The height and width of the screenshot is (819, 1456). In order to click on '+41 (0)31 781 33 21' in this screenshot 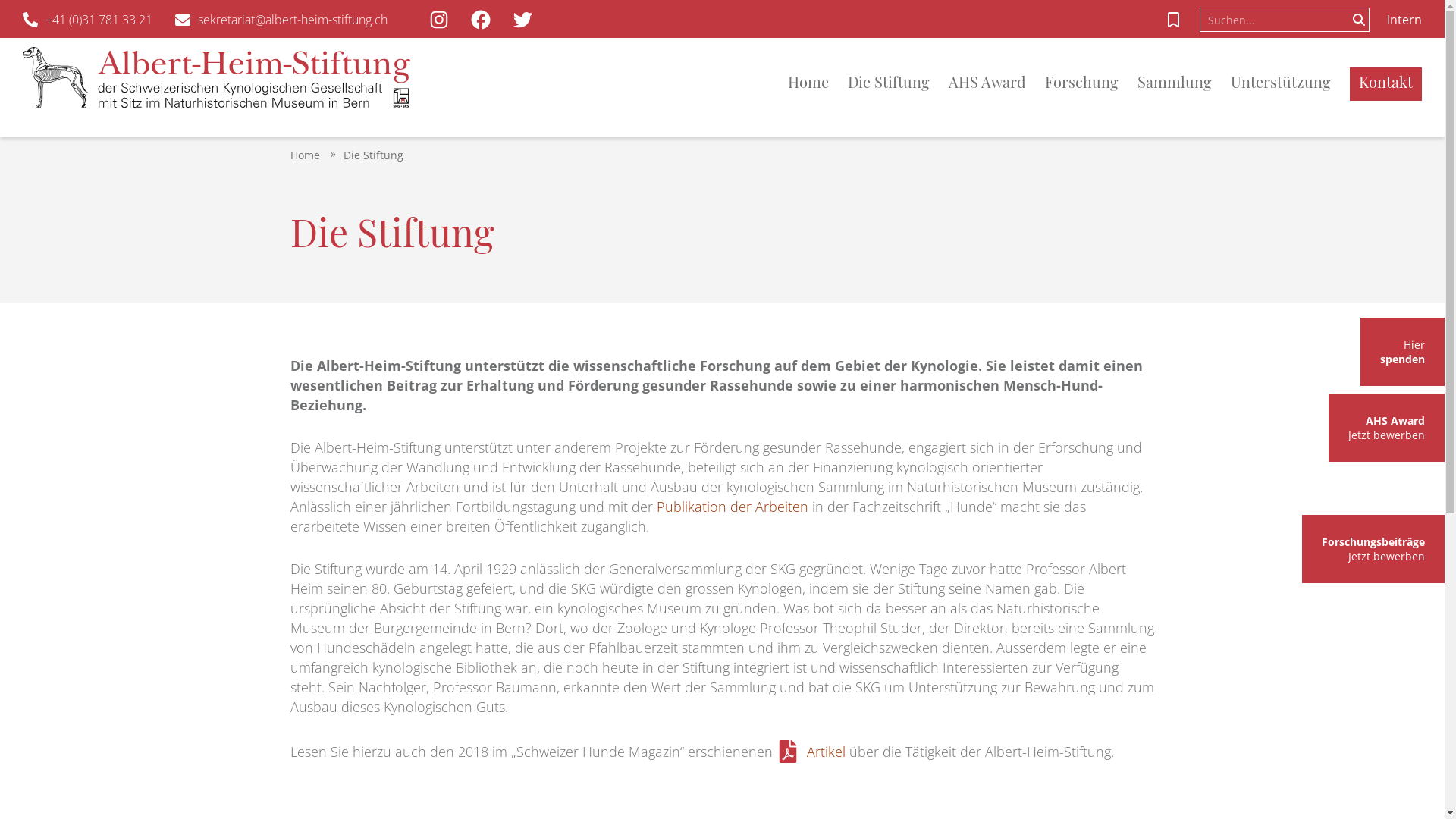, I will do `click(86, 20)`.